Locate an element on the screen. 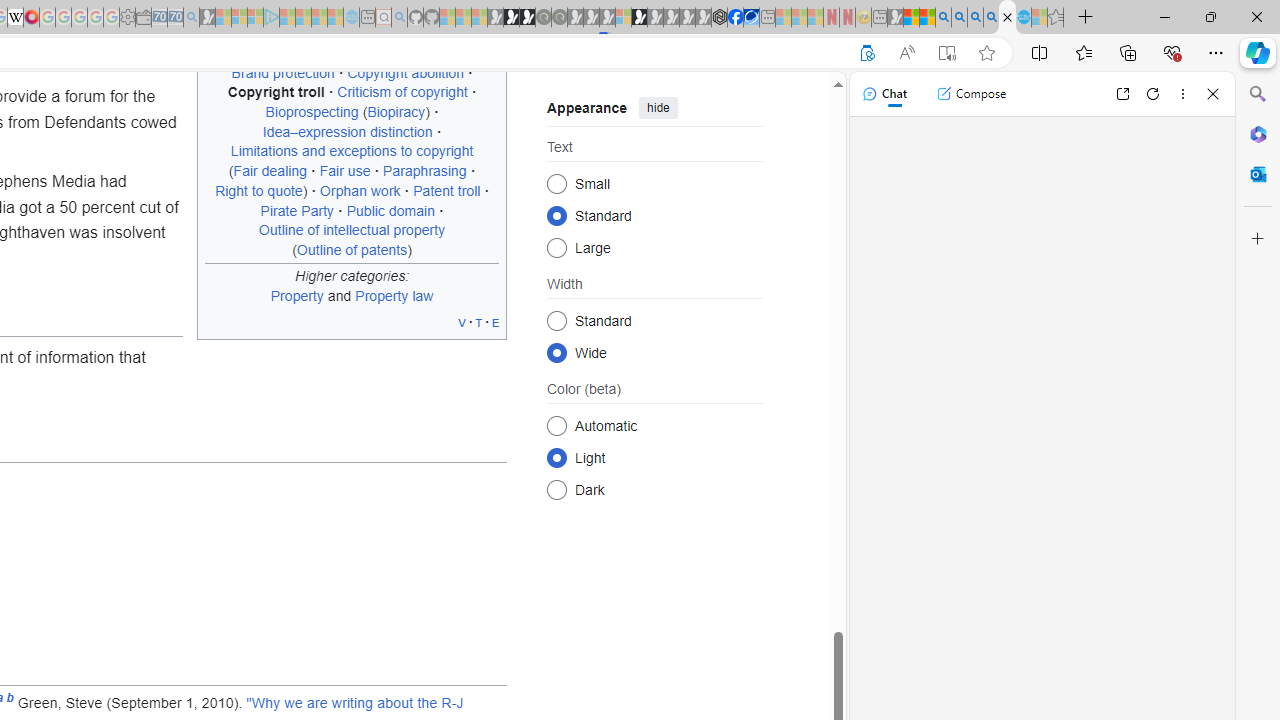 This screenshot has width=1280, height=720. 'github - Search - Sleeping' is located at coordinates (399, 17).